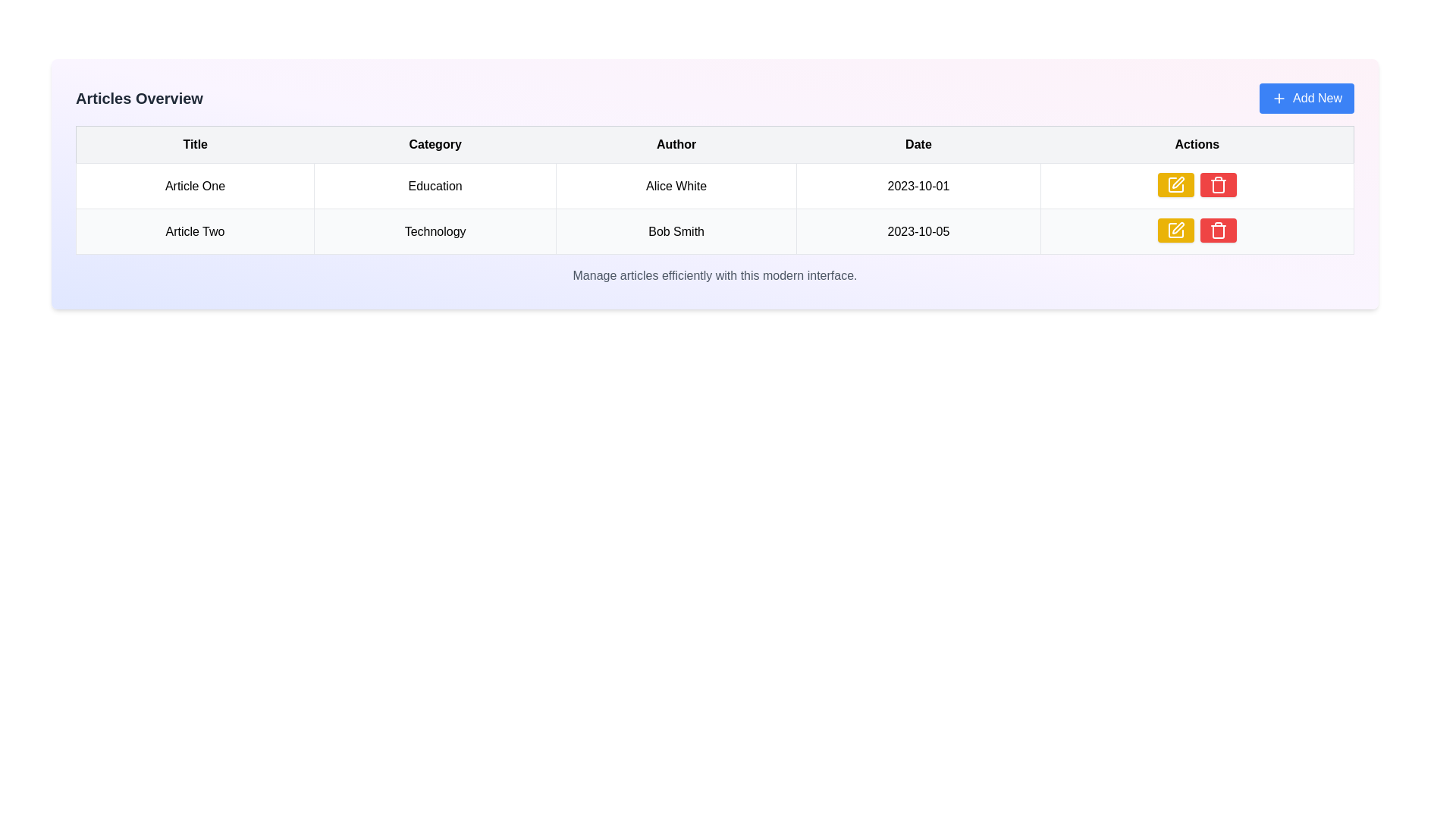 The height and width of the screenshot is (819, 1456). Describe the element at coordinates (1175, 231) in the screenshot. I see `the pen icon within the yellow button in the 'Actions' column of the second row to initiate the edit action for the corresponding entry` at that location.